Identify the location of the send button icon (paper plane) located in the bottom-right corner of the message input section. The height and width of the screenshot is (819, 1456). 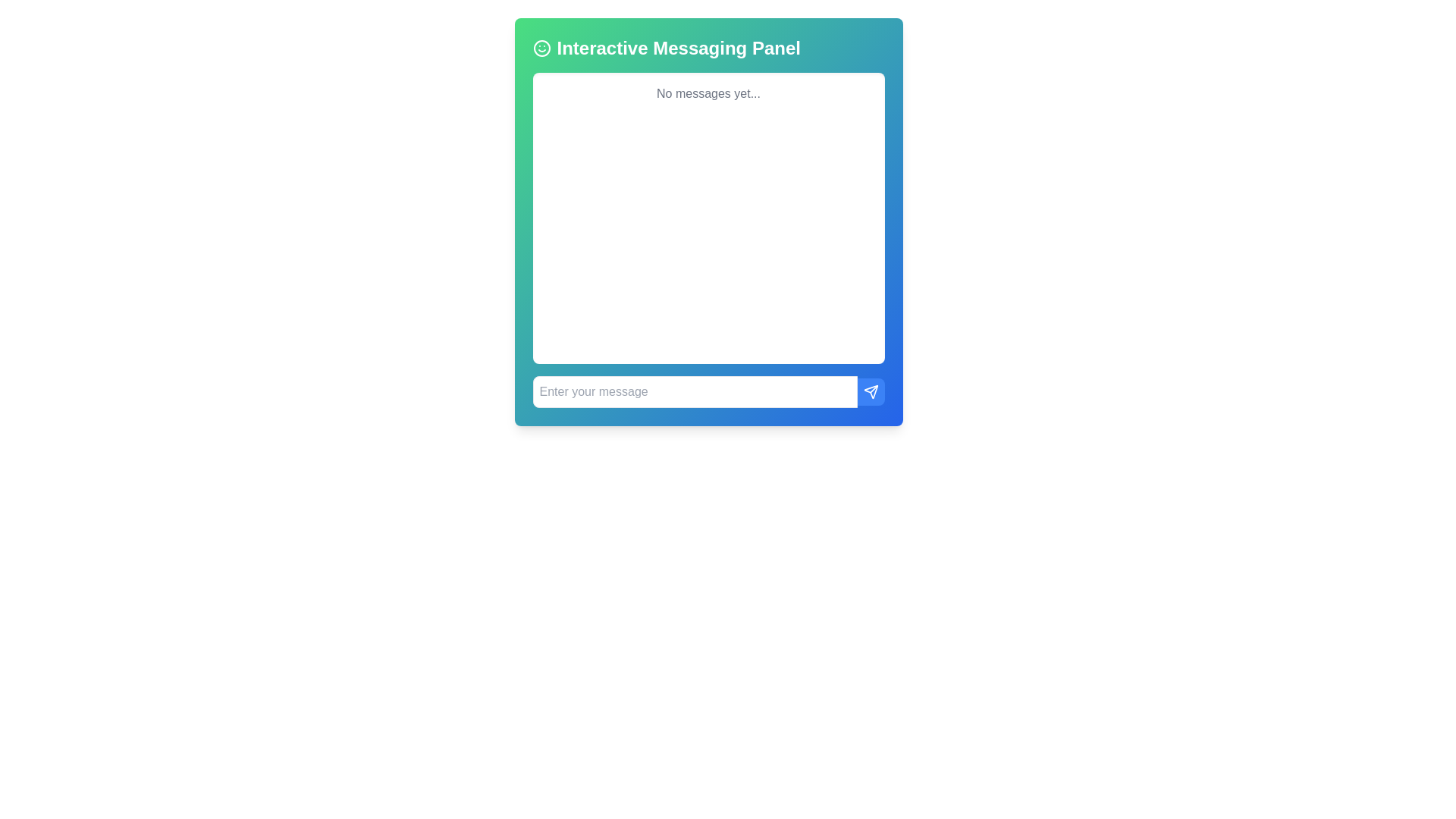
(871, 391).